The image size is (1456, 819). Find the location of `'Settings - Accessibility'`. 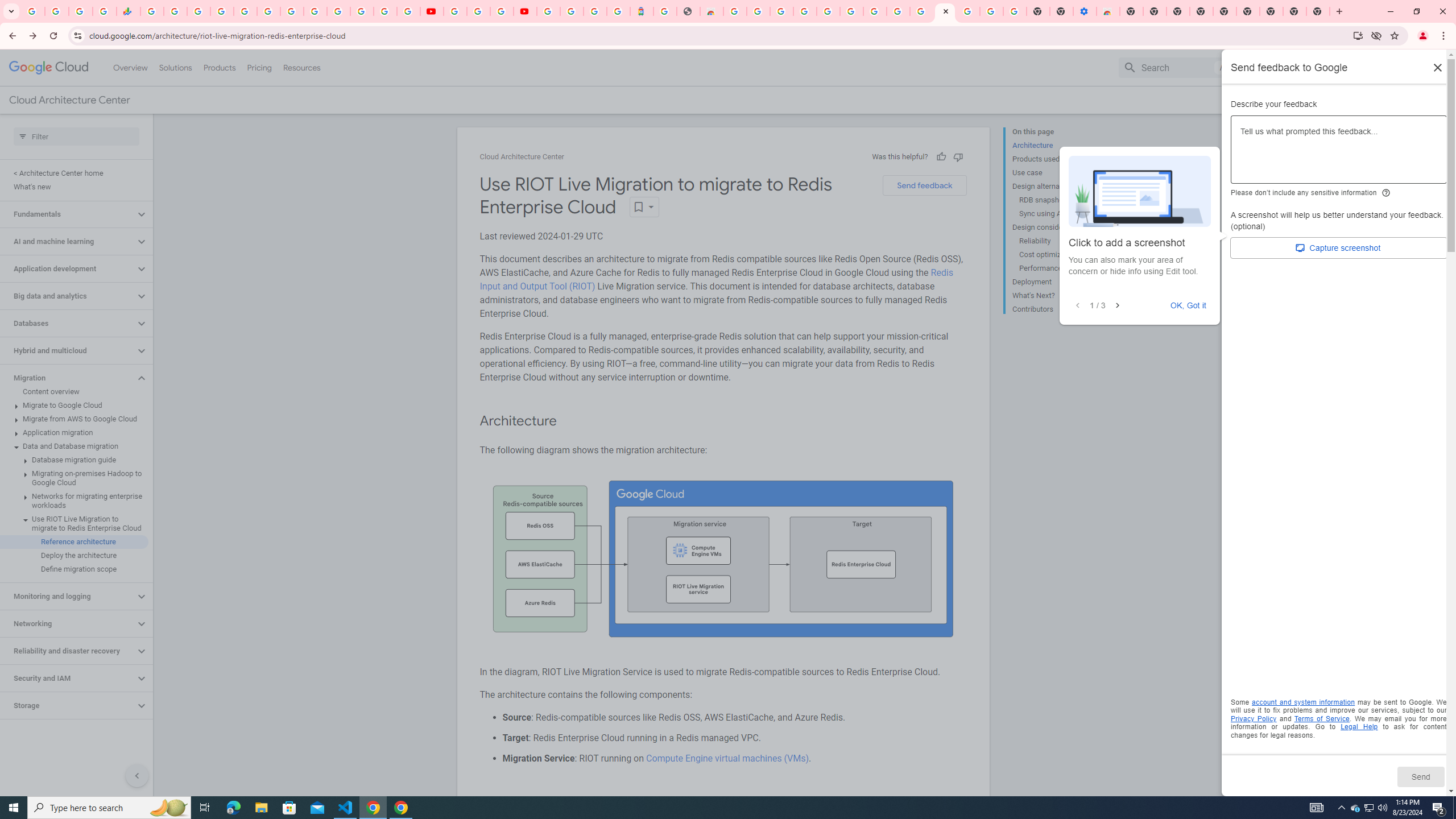

'Settings - Accessibility' is located at coordinates (1085, 11).